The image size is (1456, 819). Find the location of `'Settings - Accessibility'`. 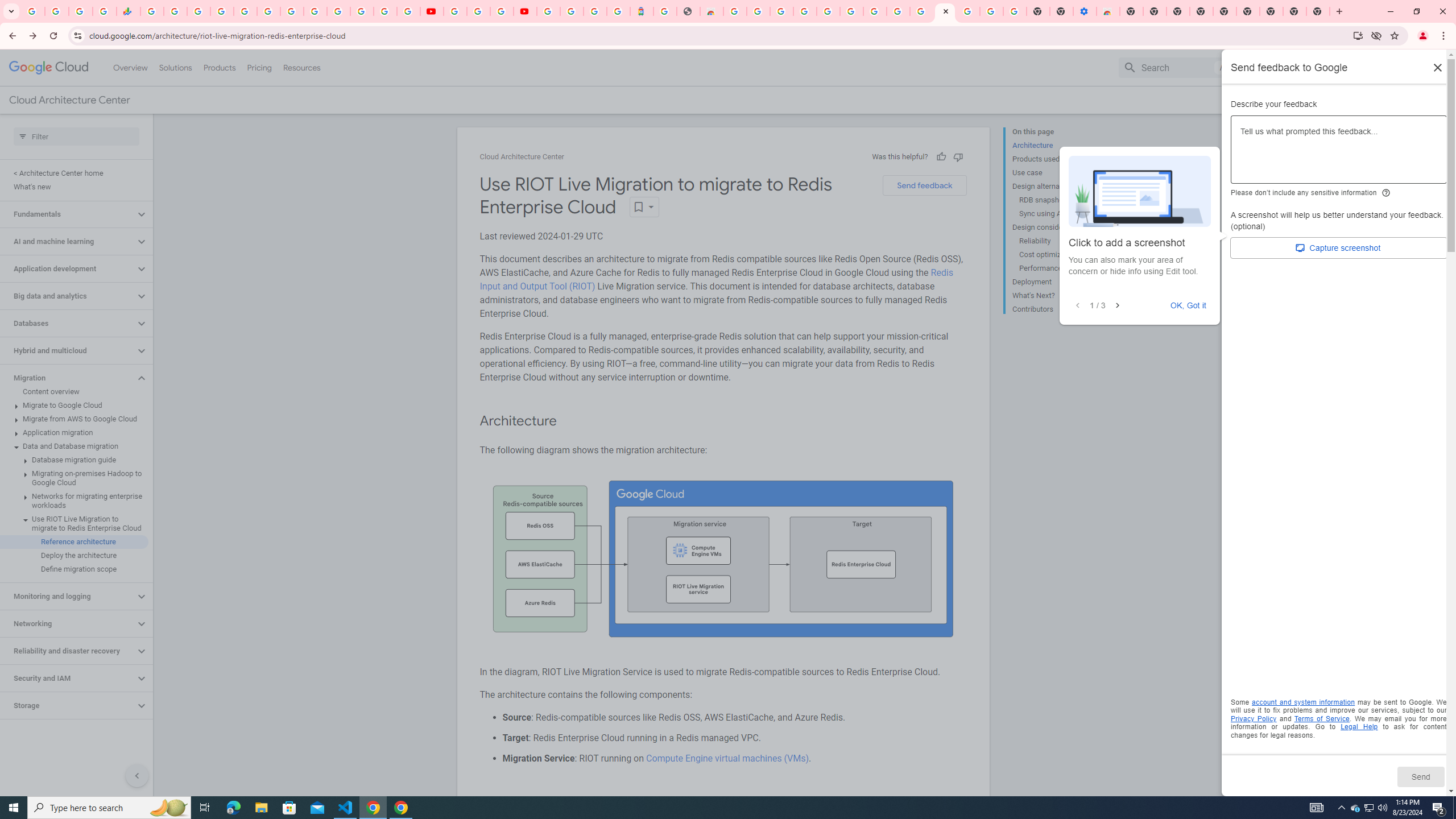

'Settings - Accessibility' is located at coordinates (1085, 11).